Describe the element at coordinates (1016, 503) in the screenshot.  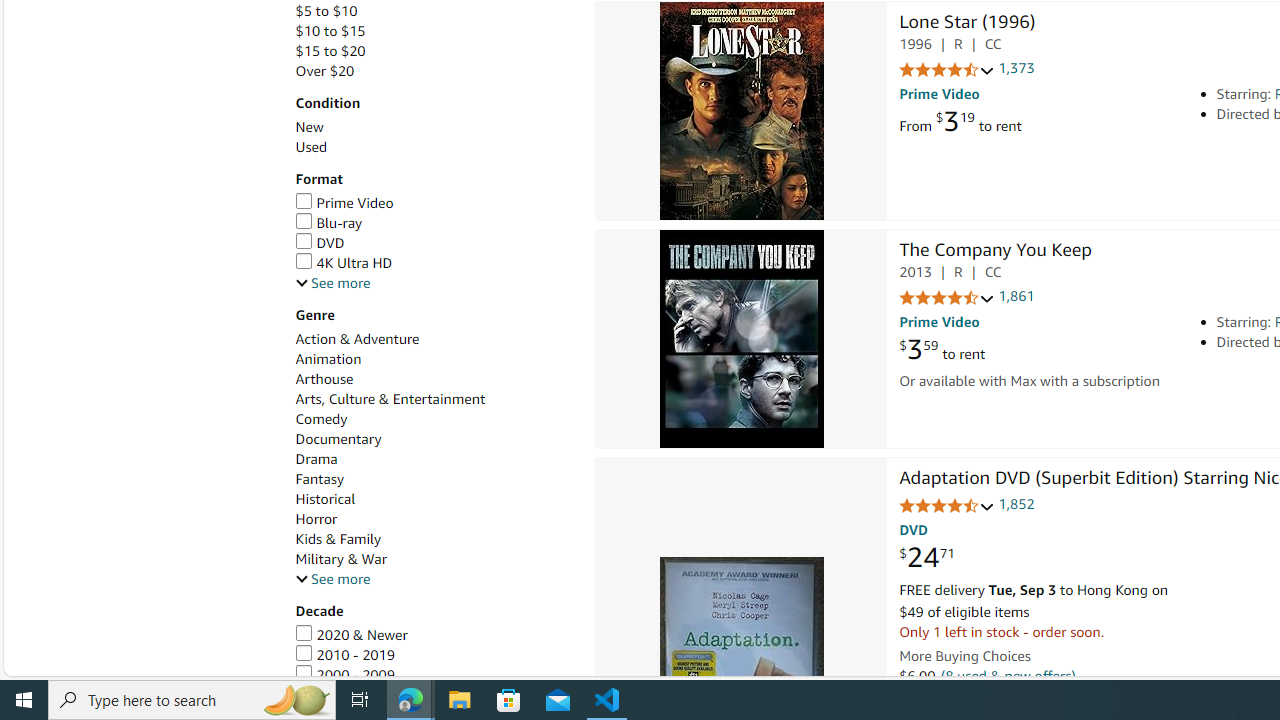
I see `'1,852'` at that location.